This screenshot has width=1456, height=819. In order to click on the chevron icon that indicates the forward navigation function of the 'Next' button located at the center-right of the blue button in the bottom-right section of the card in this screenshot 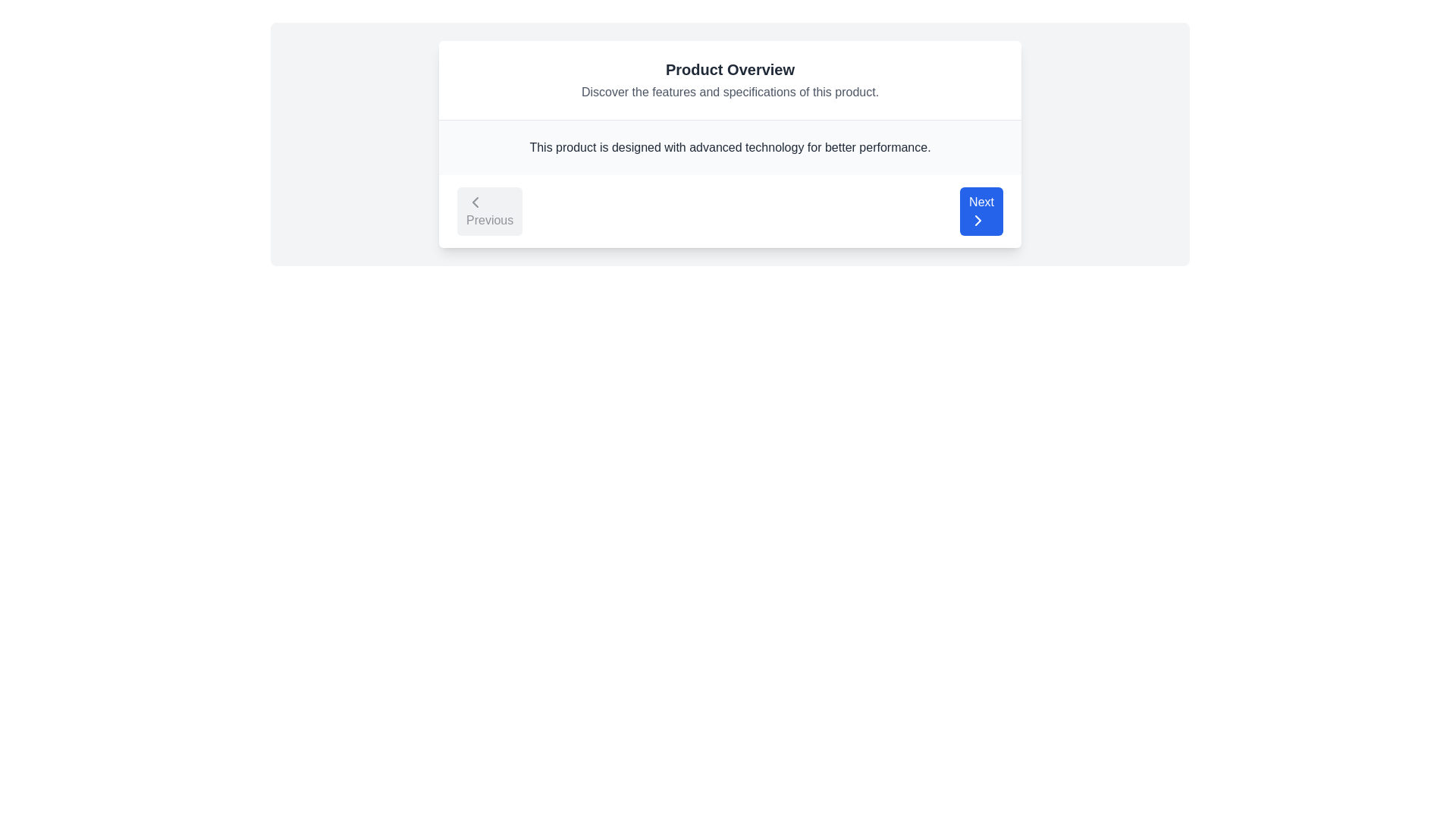, I will do `click(978, 220)`.